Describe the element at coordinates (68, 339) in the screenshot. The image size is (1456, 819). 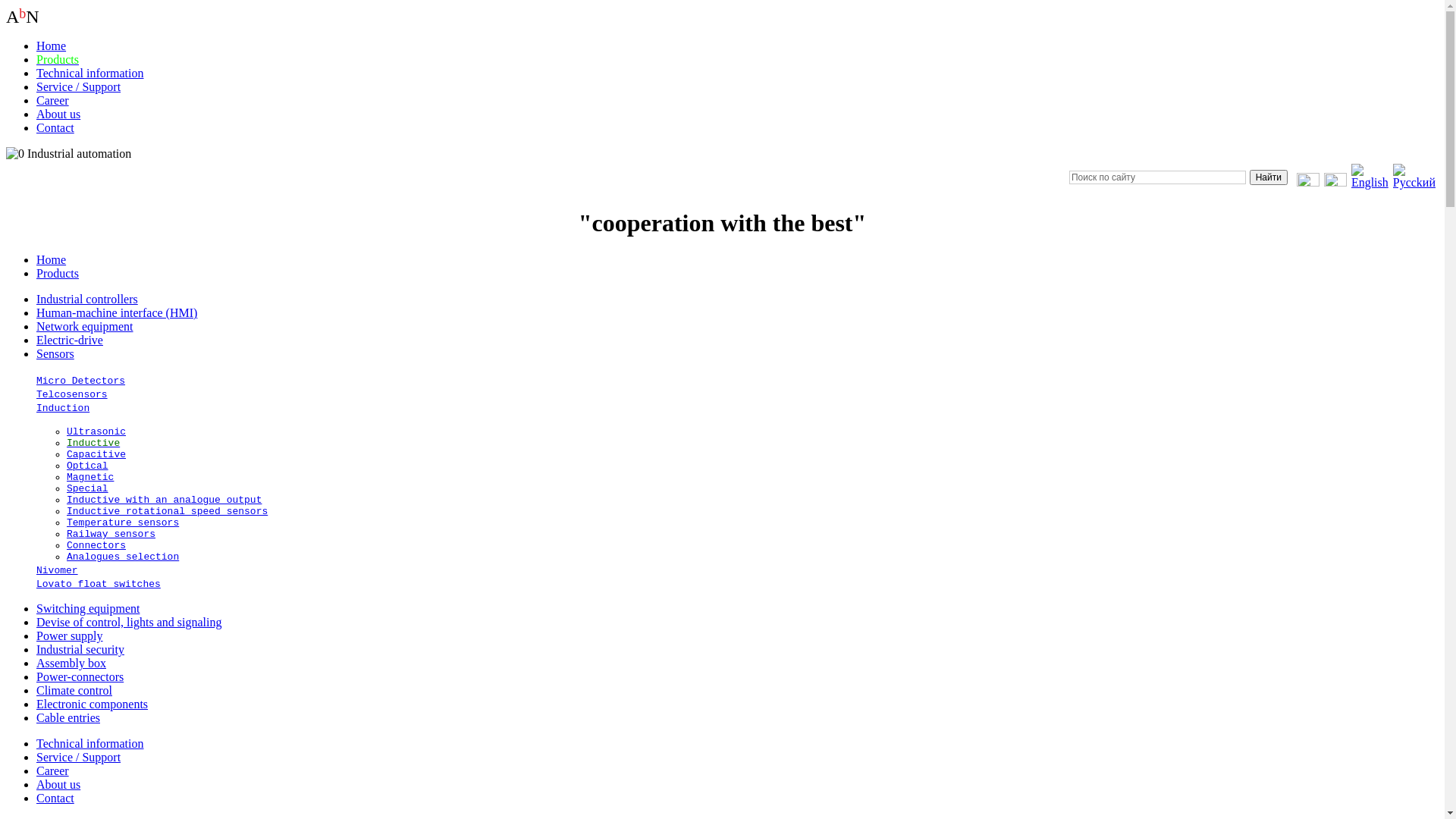
I see `'Electric-drive'` at that location.